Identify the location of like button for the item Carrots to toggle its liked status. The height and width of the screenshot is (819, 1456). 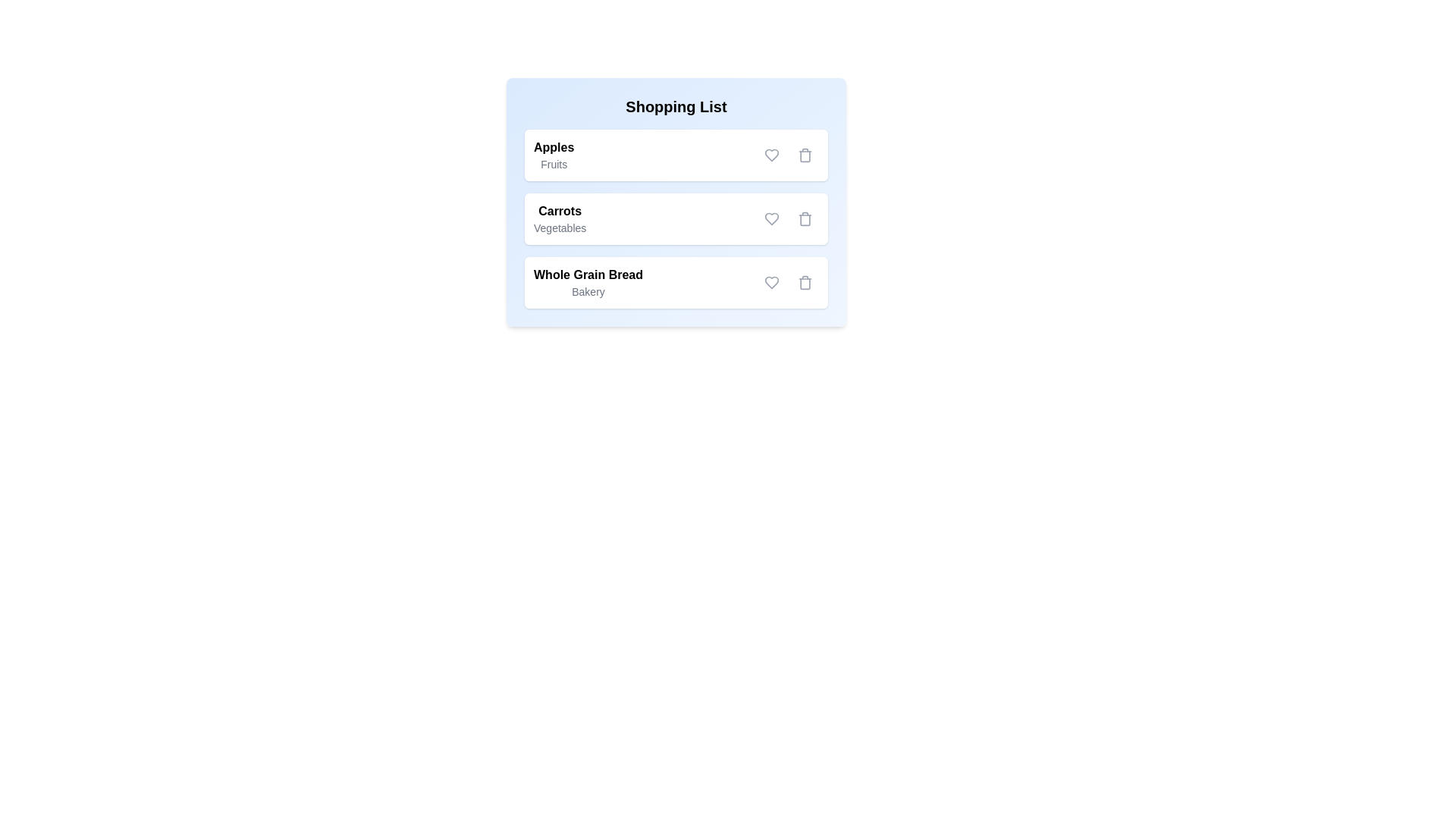
(771, 219).